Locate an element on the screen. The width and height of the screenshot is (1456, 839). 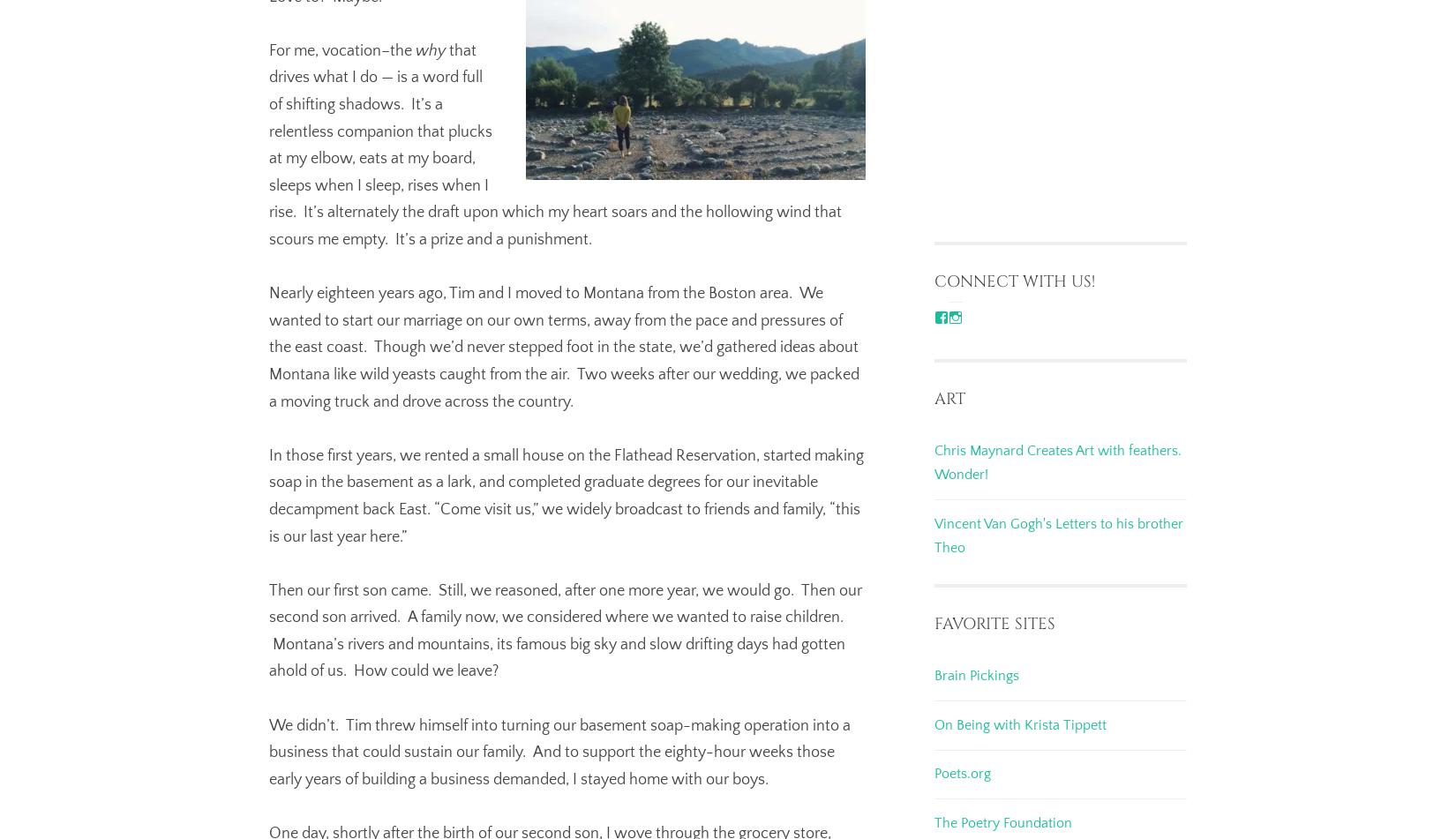
'Then our first son came.  Still, we reasoned, after one more year, we would go.  Then our second son arrived.  A family now, we considered where we wanted to raise children.  Montana’s rivers and mountains, its famous big sky and slow drifting days had gotten ahold of us.  How could we leave?' is located at coordinates (565, 629).